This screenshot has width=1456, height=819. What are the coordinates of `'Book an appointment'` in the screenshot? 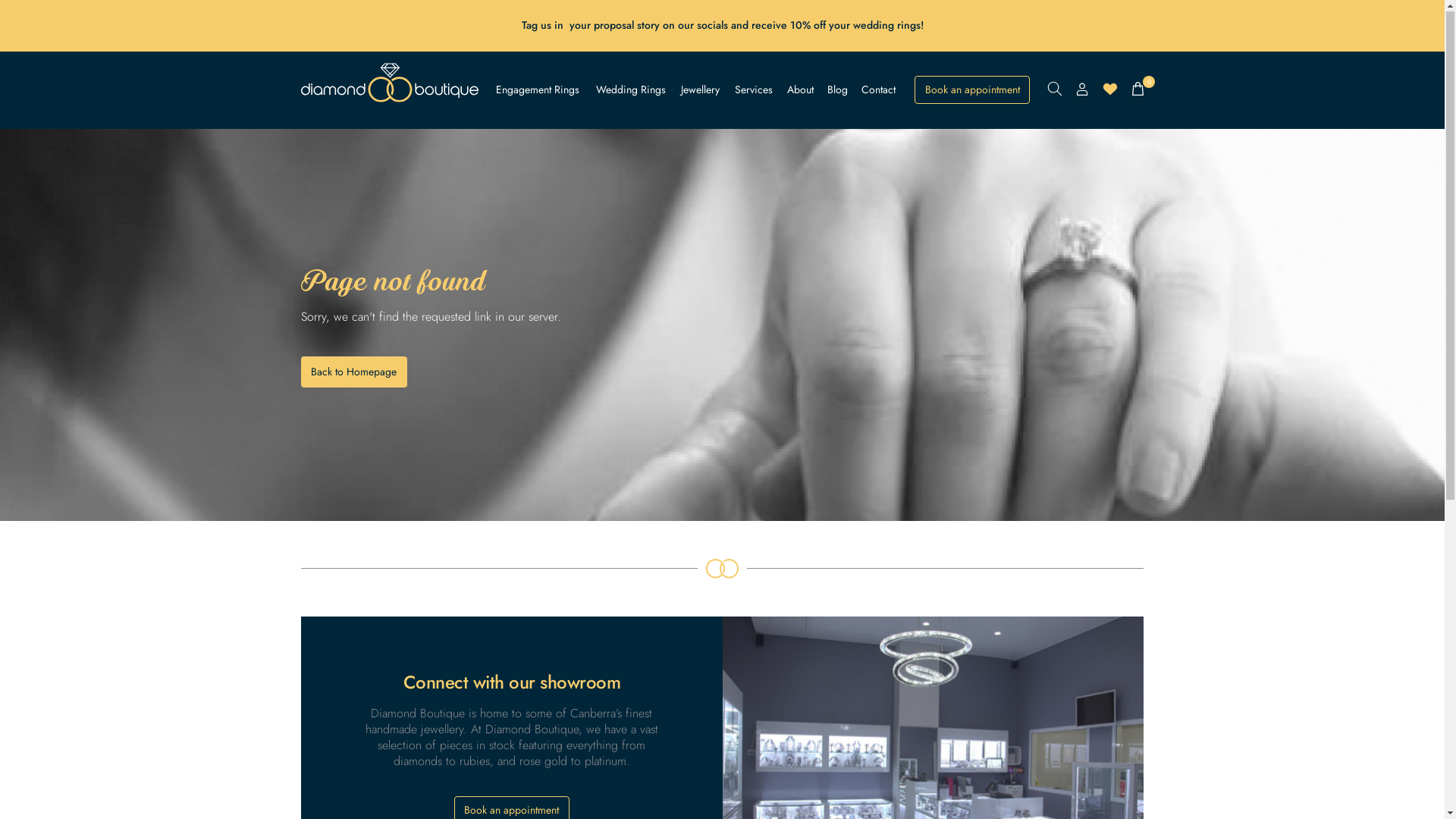 It's located at (971, 90).